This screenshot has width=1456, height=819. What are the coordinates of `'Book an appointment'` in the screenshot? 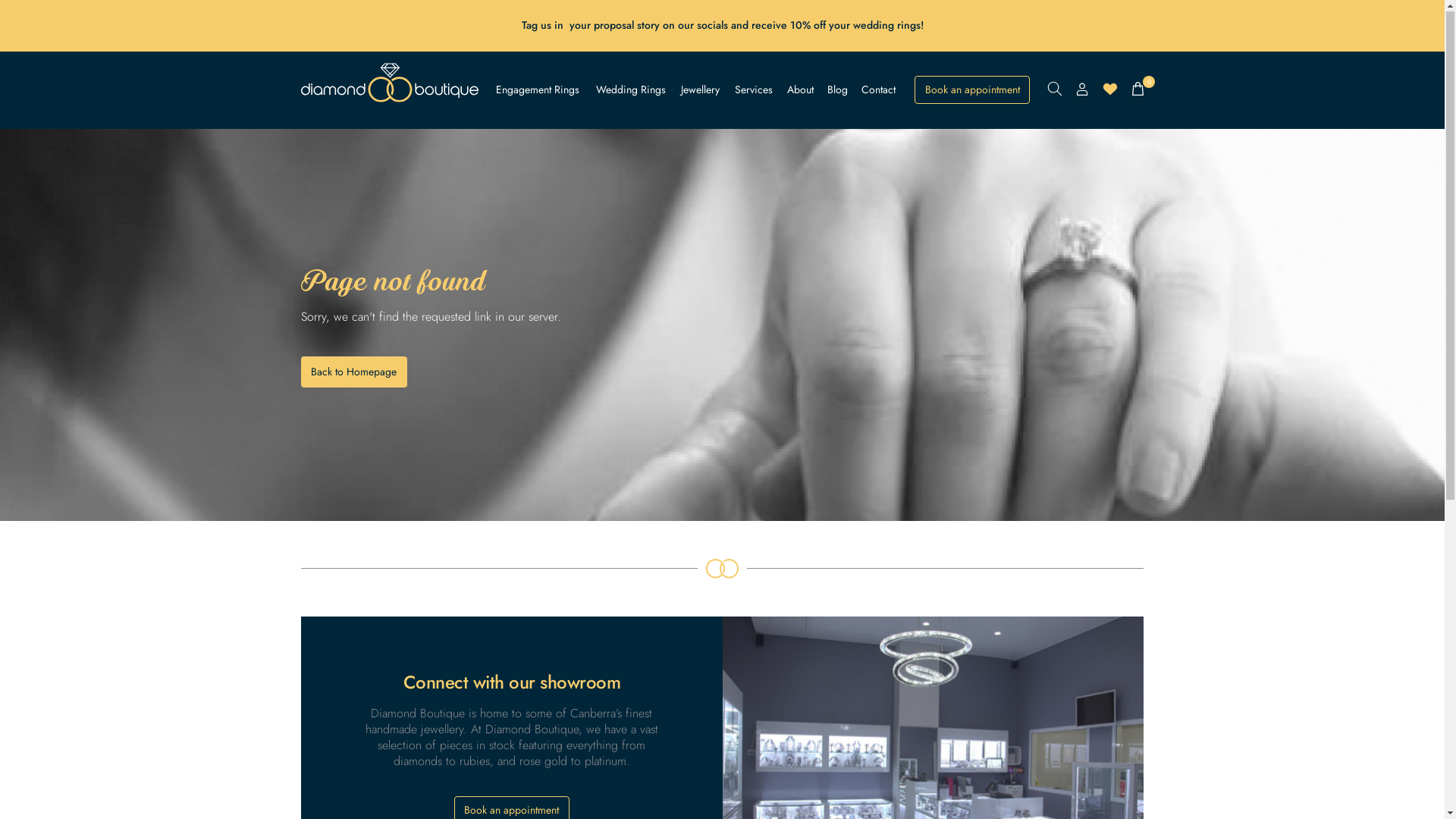 It's located at (971, 90).